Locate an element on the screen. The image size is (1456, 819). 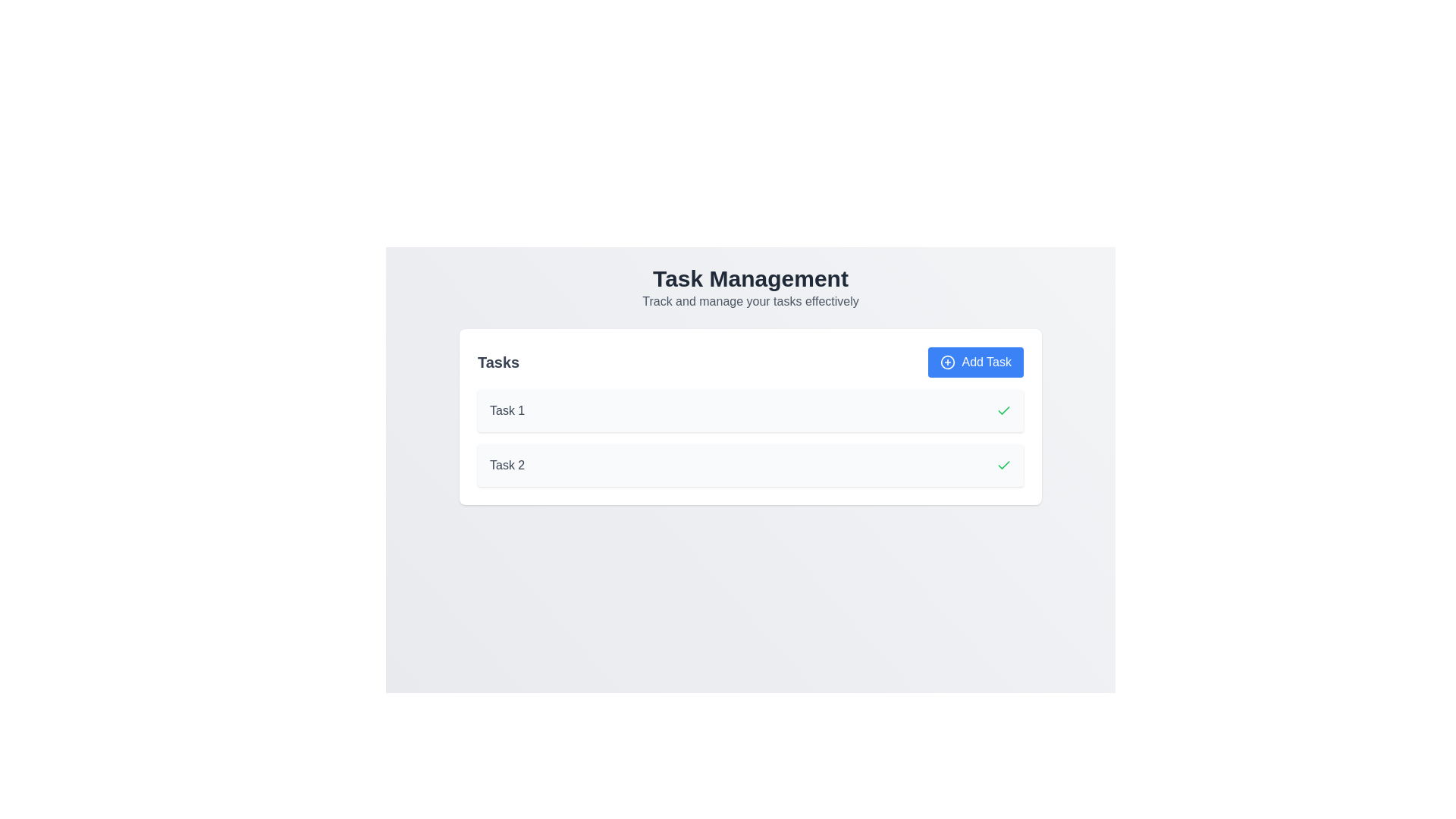
the 'Task Management' text label, which is displayed in a large, bold font and is centered at the top of the visible content area is located at coordinates (750, 278).